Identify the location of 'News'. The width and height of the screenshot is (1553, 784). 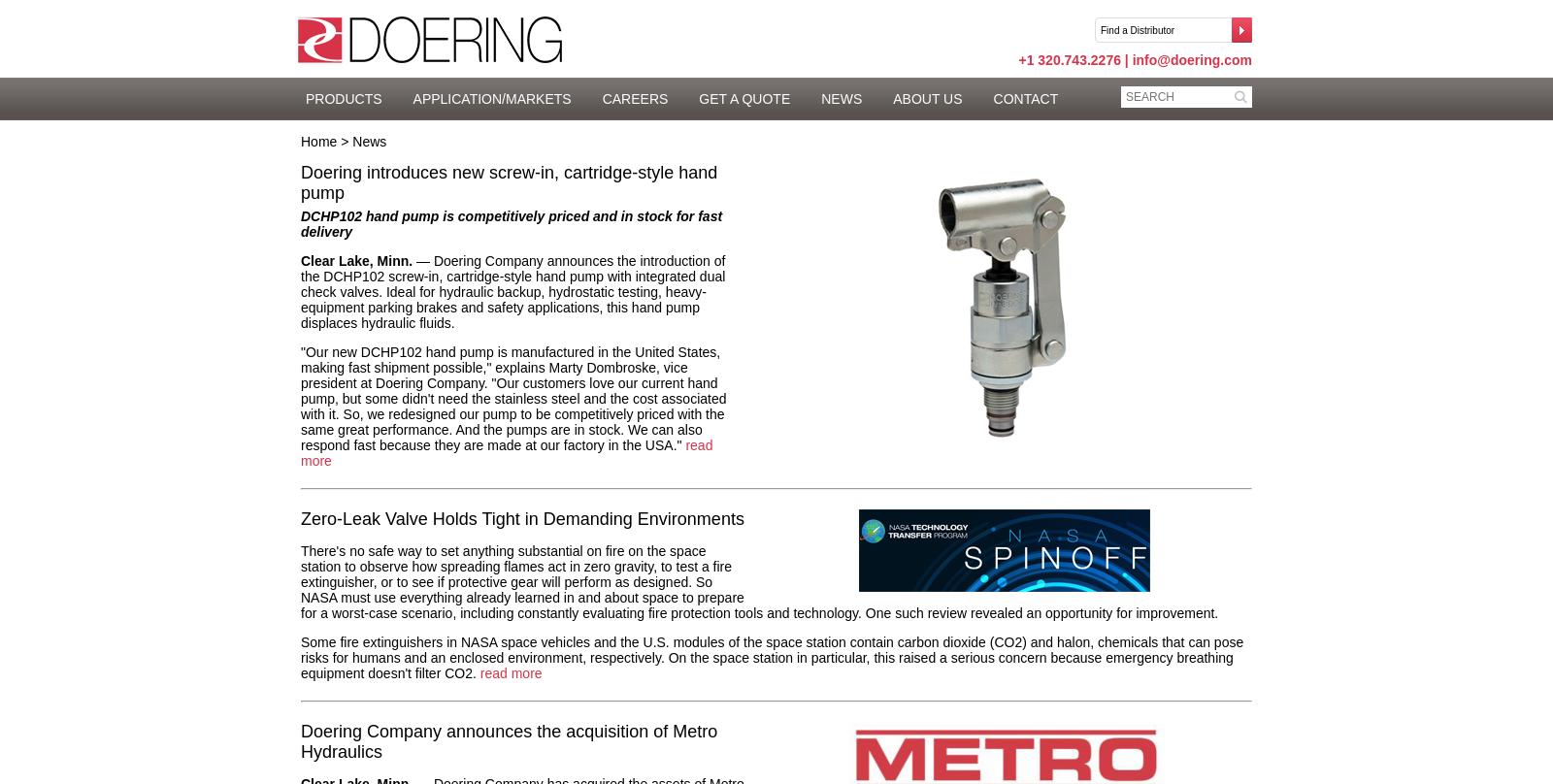
(369, 141).